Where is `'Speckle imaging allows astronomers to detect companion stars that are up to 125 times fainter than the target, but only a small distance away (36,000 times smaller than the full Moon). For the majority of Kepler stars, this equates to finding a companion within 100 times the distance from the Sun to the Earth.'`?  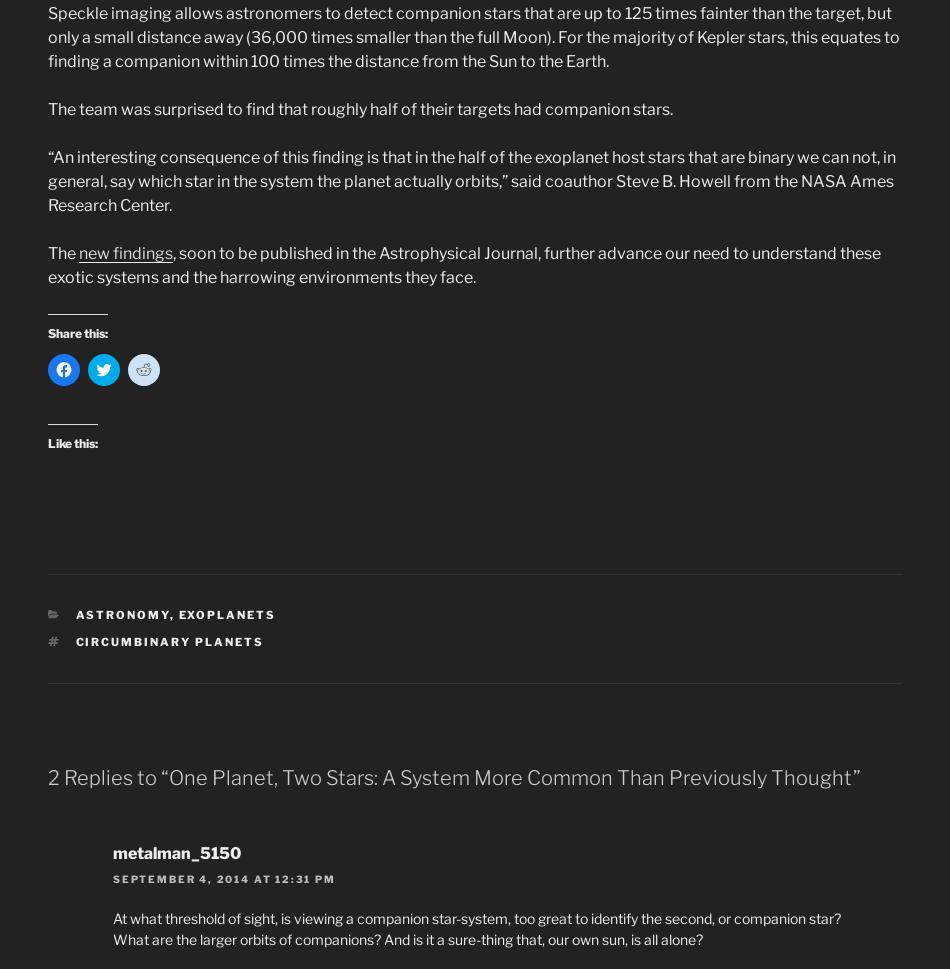
'Speckle imaging allows astronomers to detect companion stars that are up to 125 times fainter than the target, but only a small distance away (36,000 times smaller than the full Moon). For the majority of Kepler stars, this equates to finding a companion within 100 times the distance from the Sun to the Earth.' is located at coordinates (47, 37).